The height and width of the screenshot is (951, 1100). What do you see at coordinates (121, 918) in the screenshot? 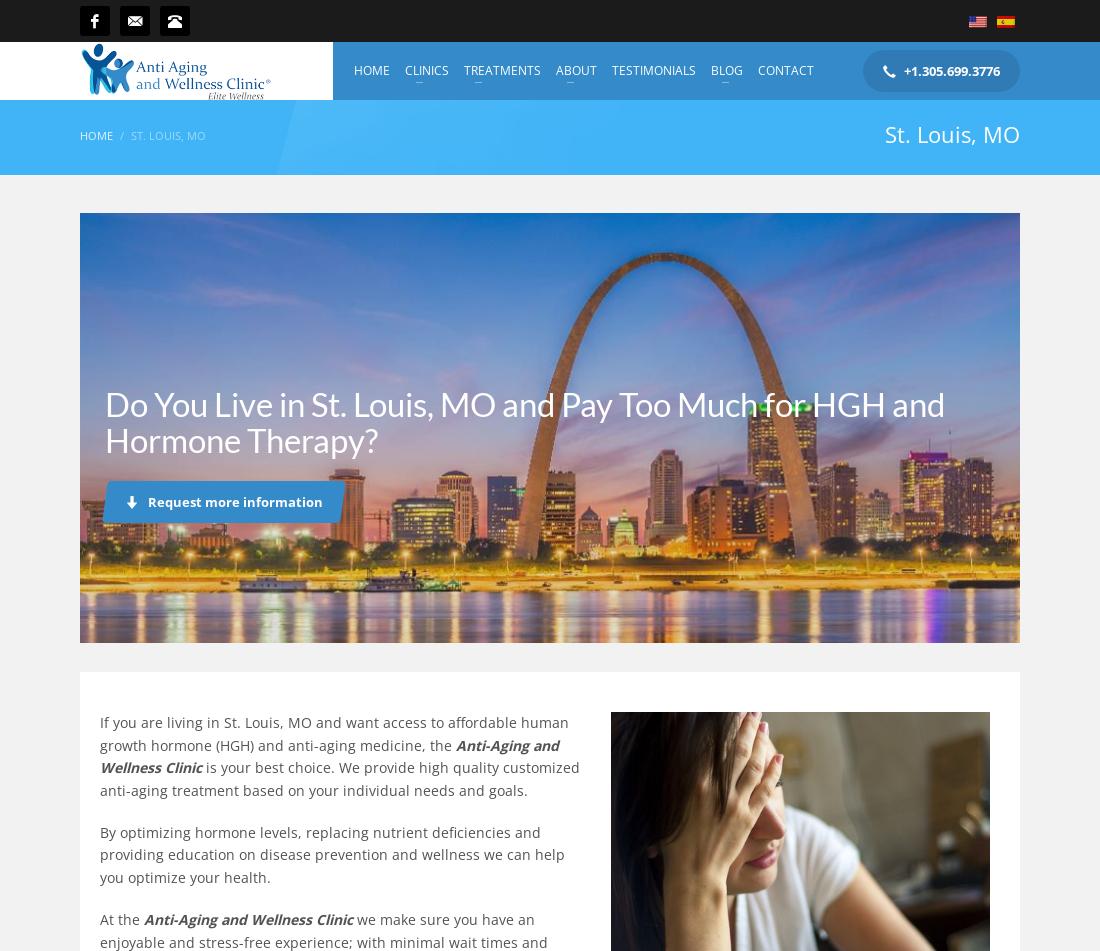
I see `'At the'` at bounding box center [121, 918].